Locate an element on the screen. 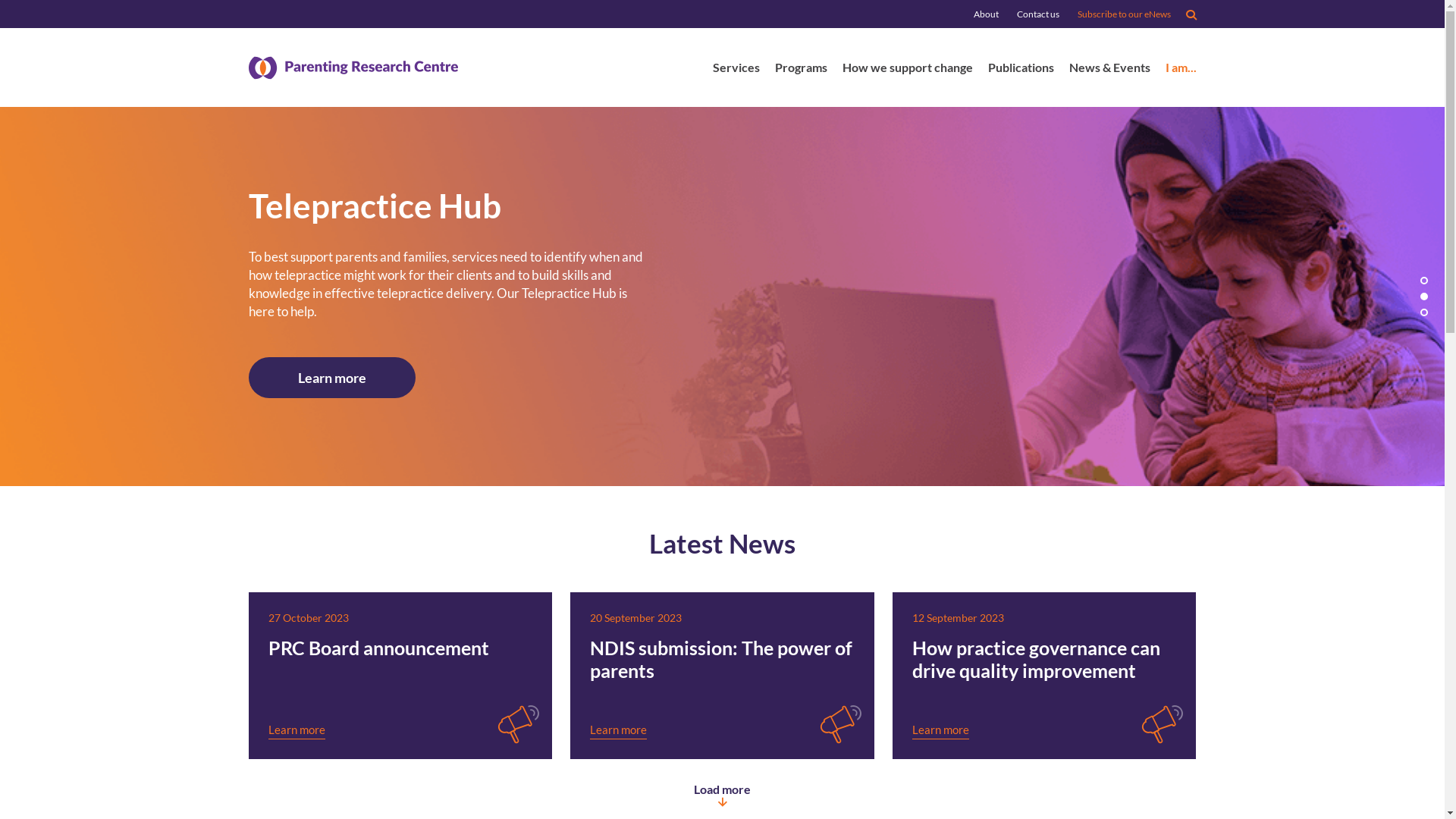 The height and width of the screenshot is (819, 1456). 'I am...' is located at coordinates (1179, 69).